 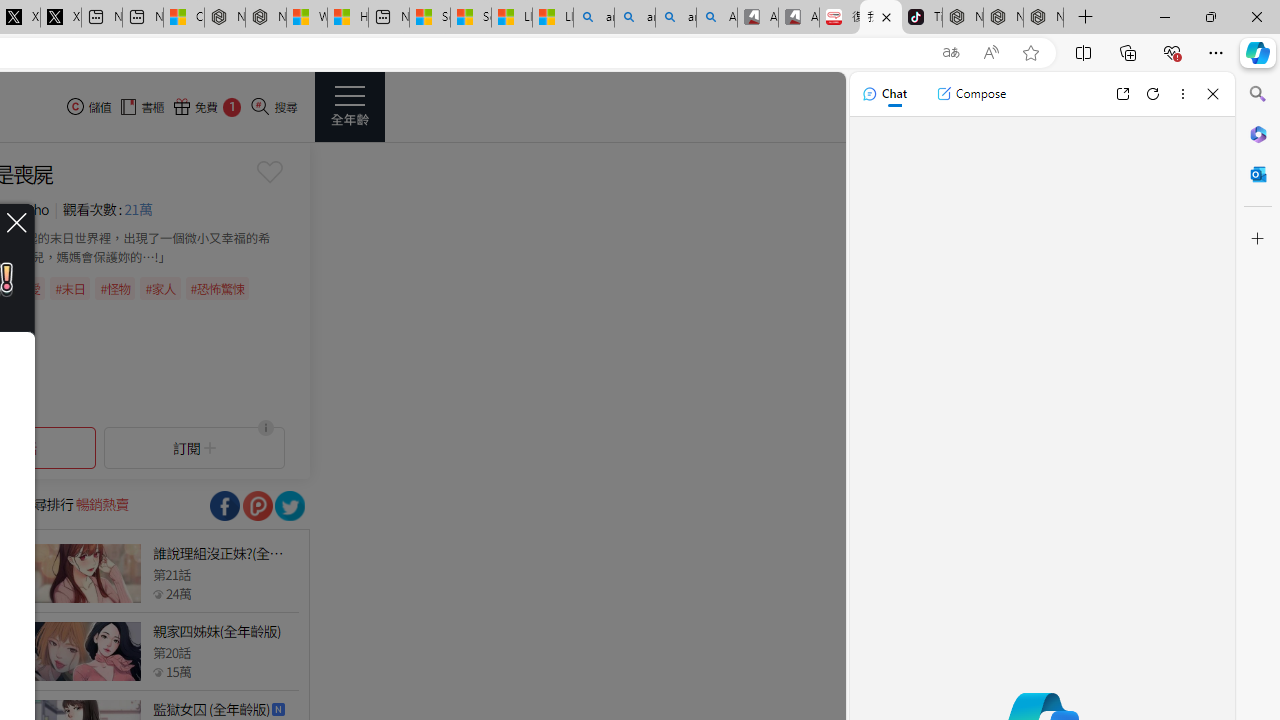 I want to click on 'Amazon Echo Robot - Search Images', so click(x=717, y=17).